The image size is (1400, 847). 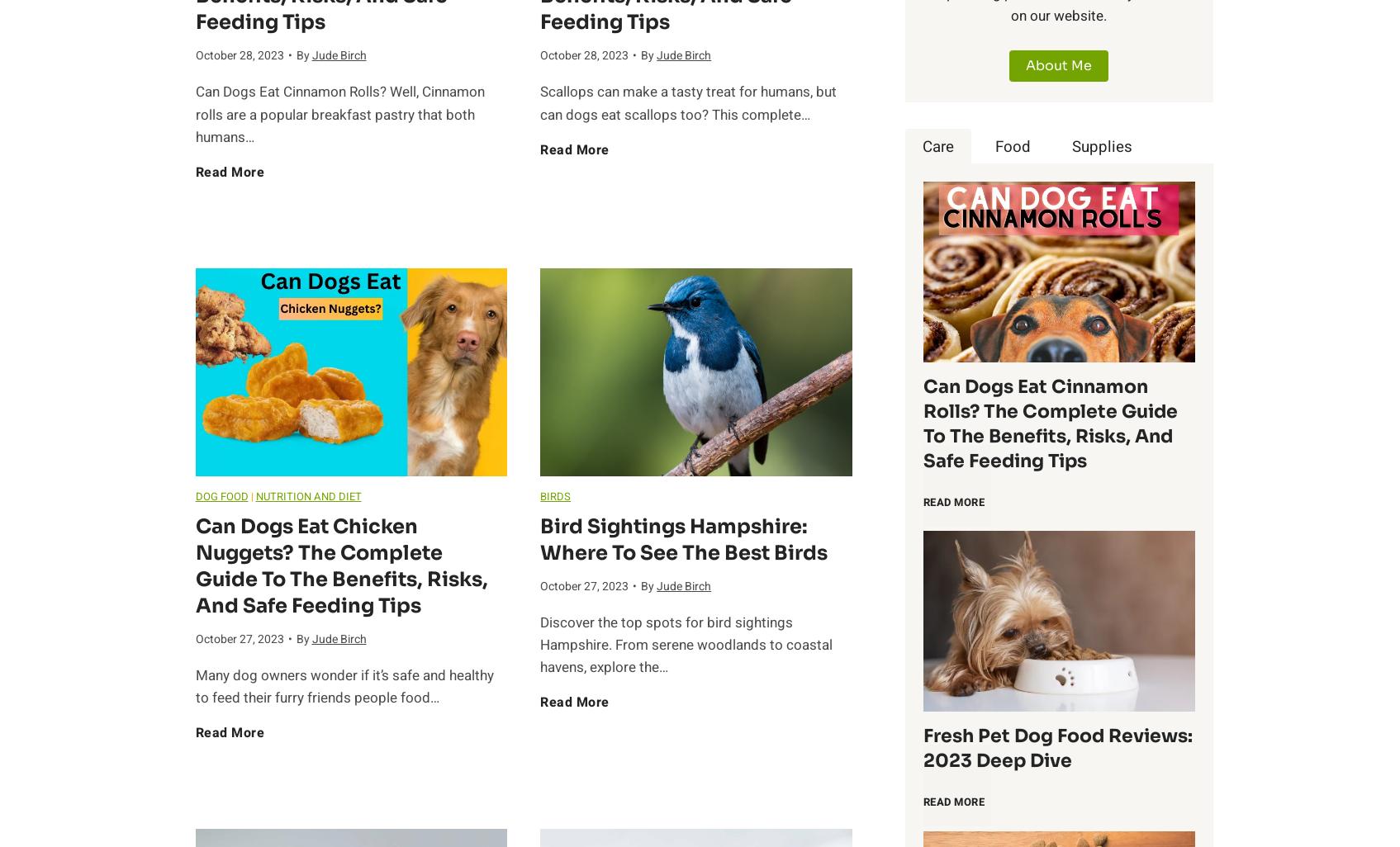 I want to click on 'Can Dogs Eat chicken nuggets? The Complete Guide to the Benefits, Risks, and Safe Feeding Tips', so click(x=341, y=564).